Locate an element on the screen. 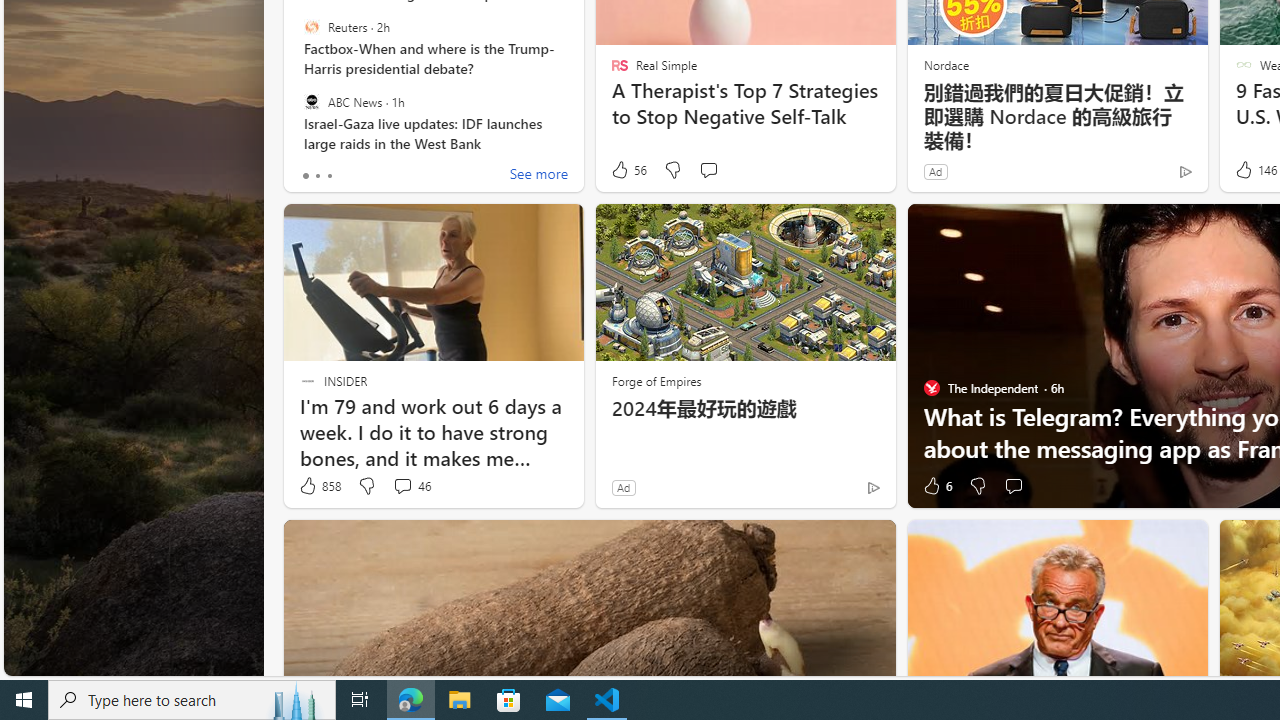  'View comments 46 Comment' is located at coordinates (401, 486).